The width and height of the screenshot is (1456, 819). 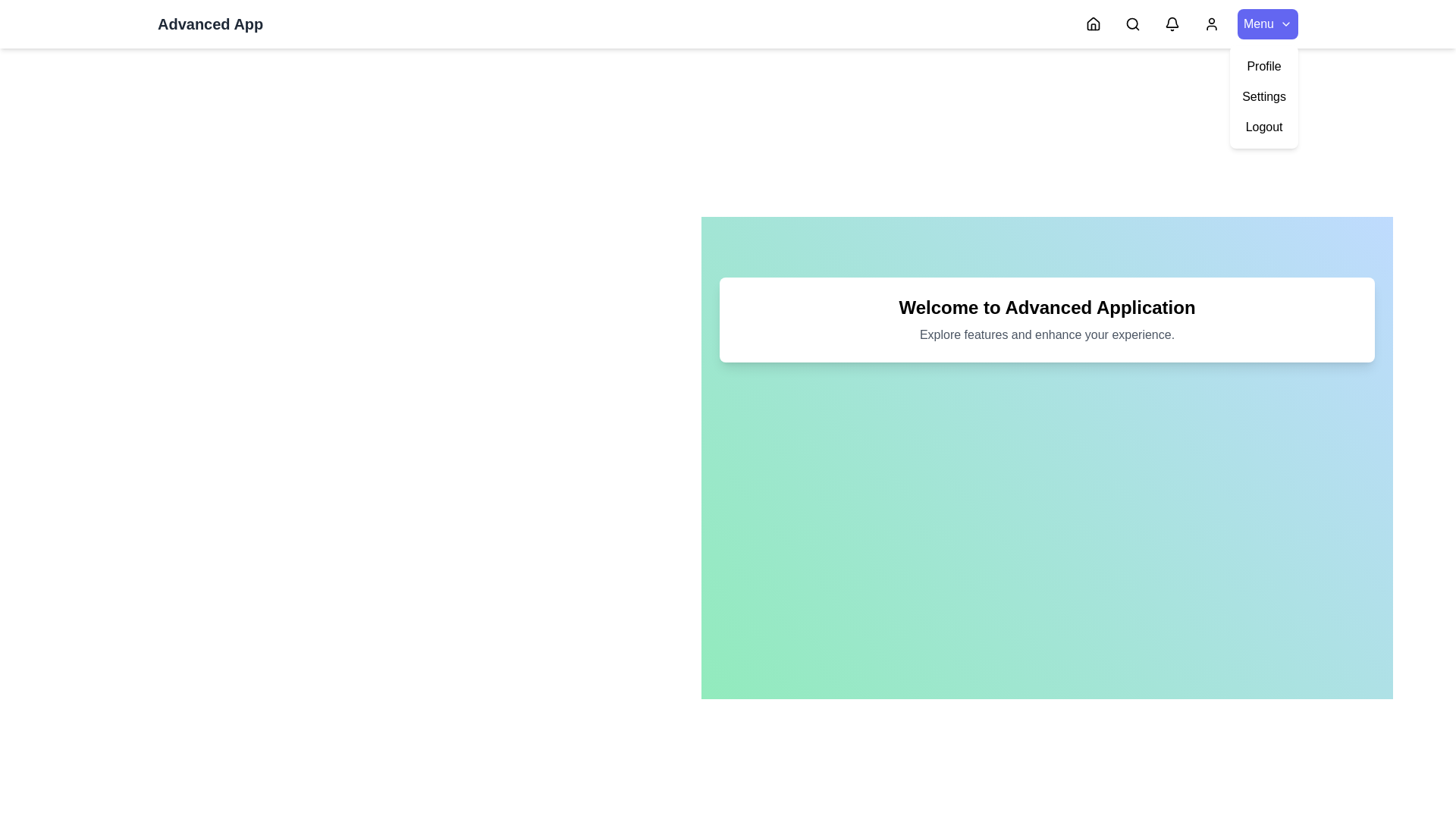 What do you see at coordinates (1267, 24) in the screenshot?
I see `the 'Menu' button to toggle the dropdown menu` at bounding box center [1267, 24].